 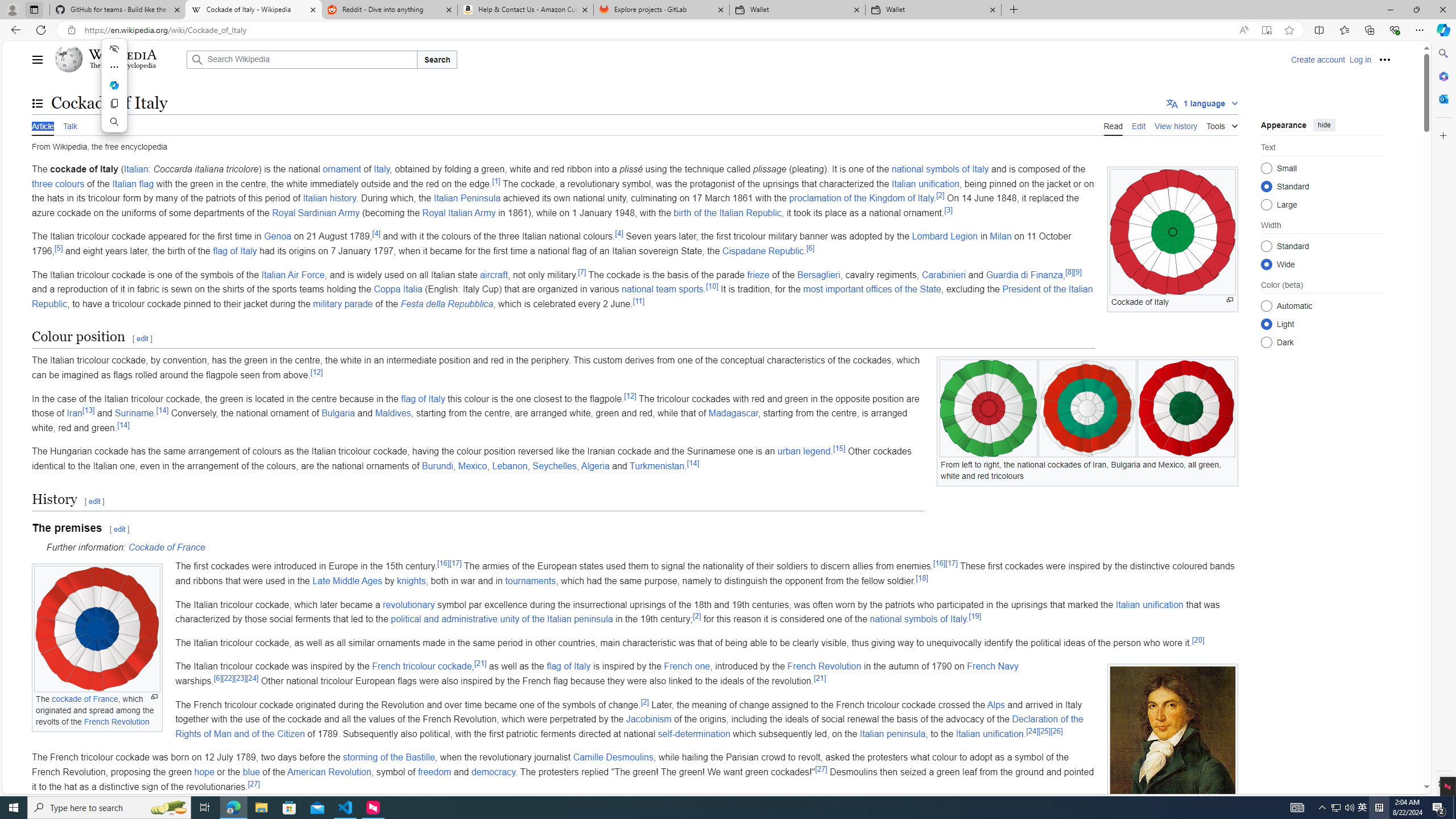 What do you see at coordinates (342, 303) in the screenshot?
I see `'military parade'` at bounding box center [342, 303].